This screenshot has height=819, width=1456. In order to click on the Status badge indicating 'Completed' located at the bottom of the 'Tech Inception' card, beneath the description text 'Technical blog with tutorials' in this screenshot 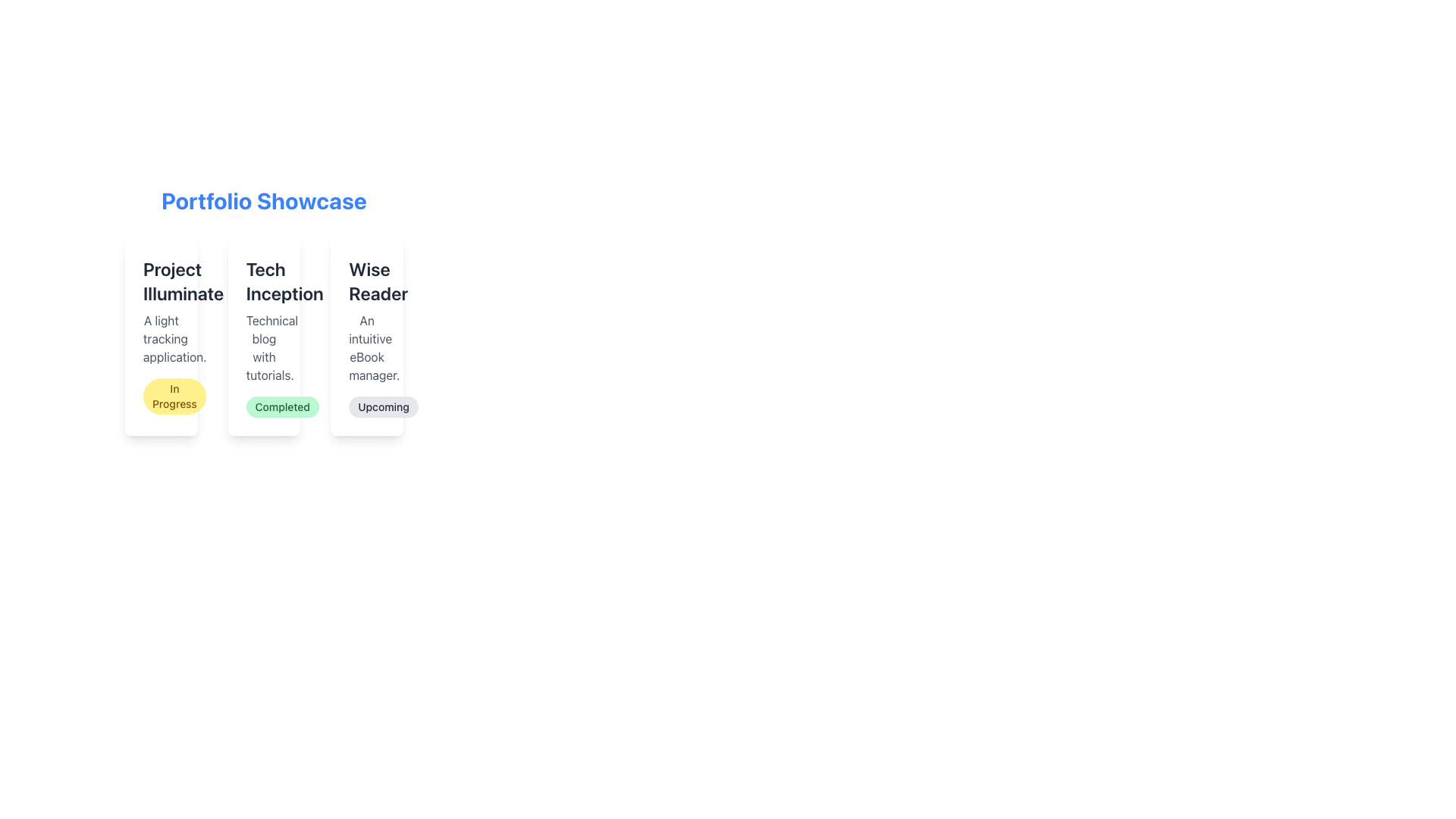, I will do `click(282, 406)`.